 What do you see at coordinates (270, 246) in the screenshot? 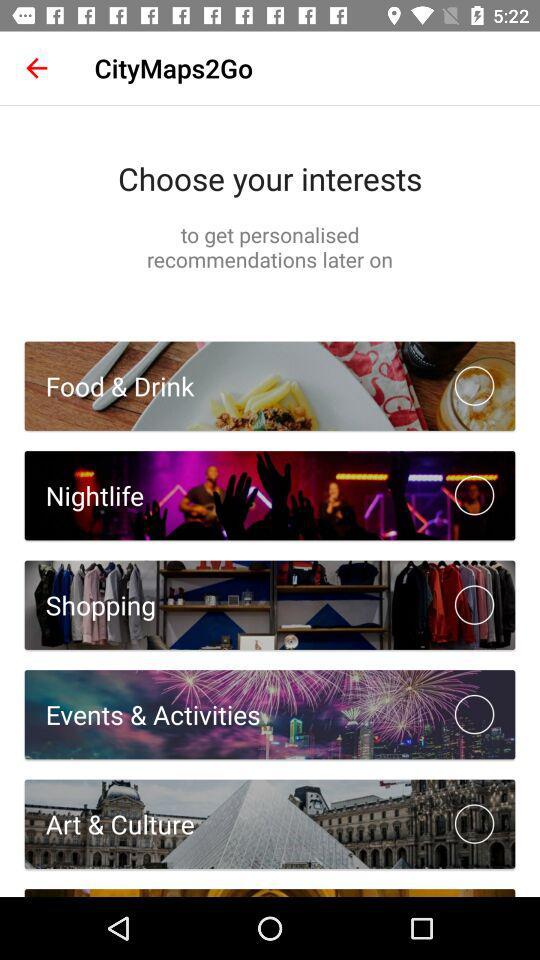
I see `the to get personalised` at bounding box center [270, 246].